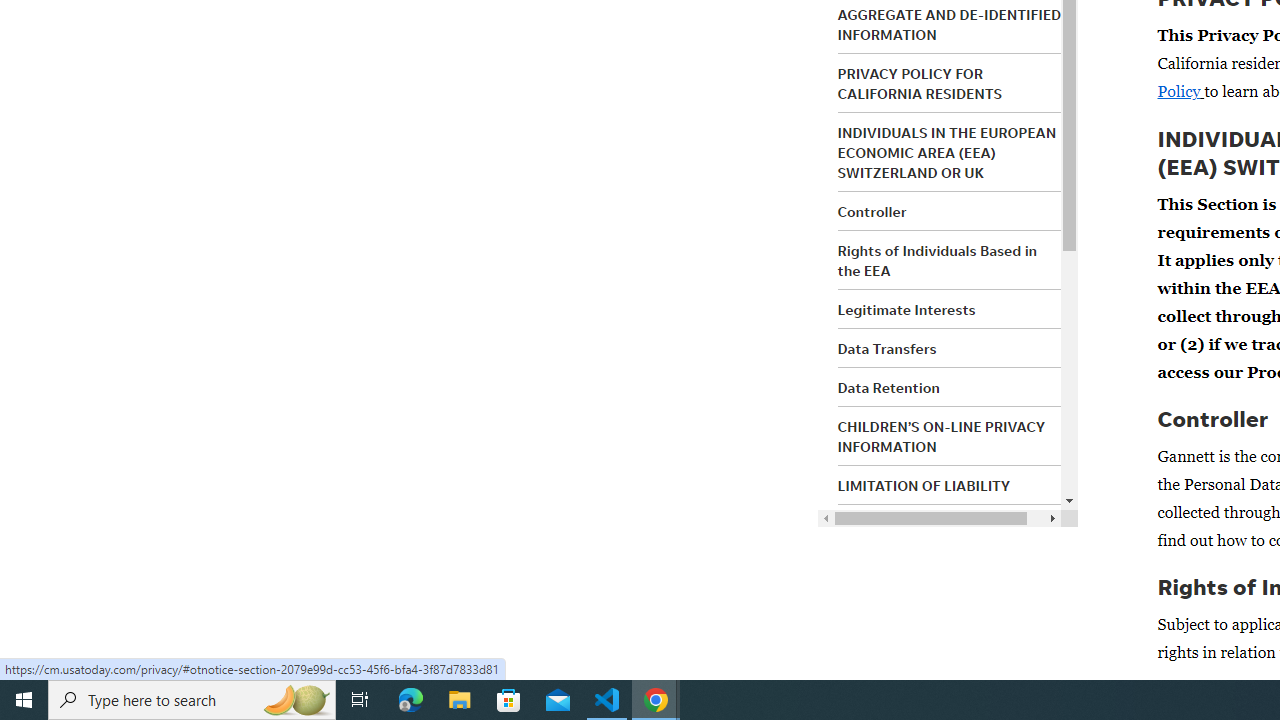  What do you see at coordinates (899, 524) in the screenshot?
I see `'INDEMNIFICATION'` at bounding box center [899, 524].